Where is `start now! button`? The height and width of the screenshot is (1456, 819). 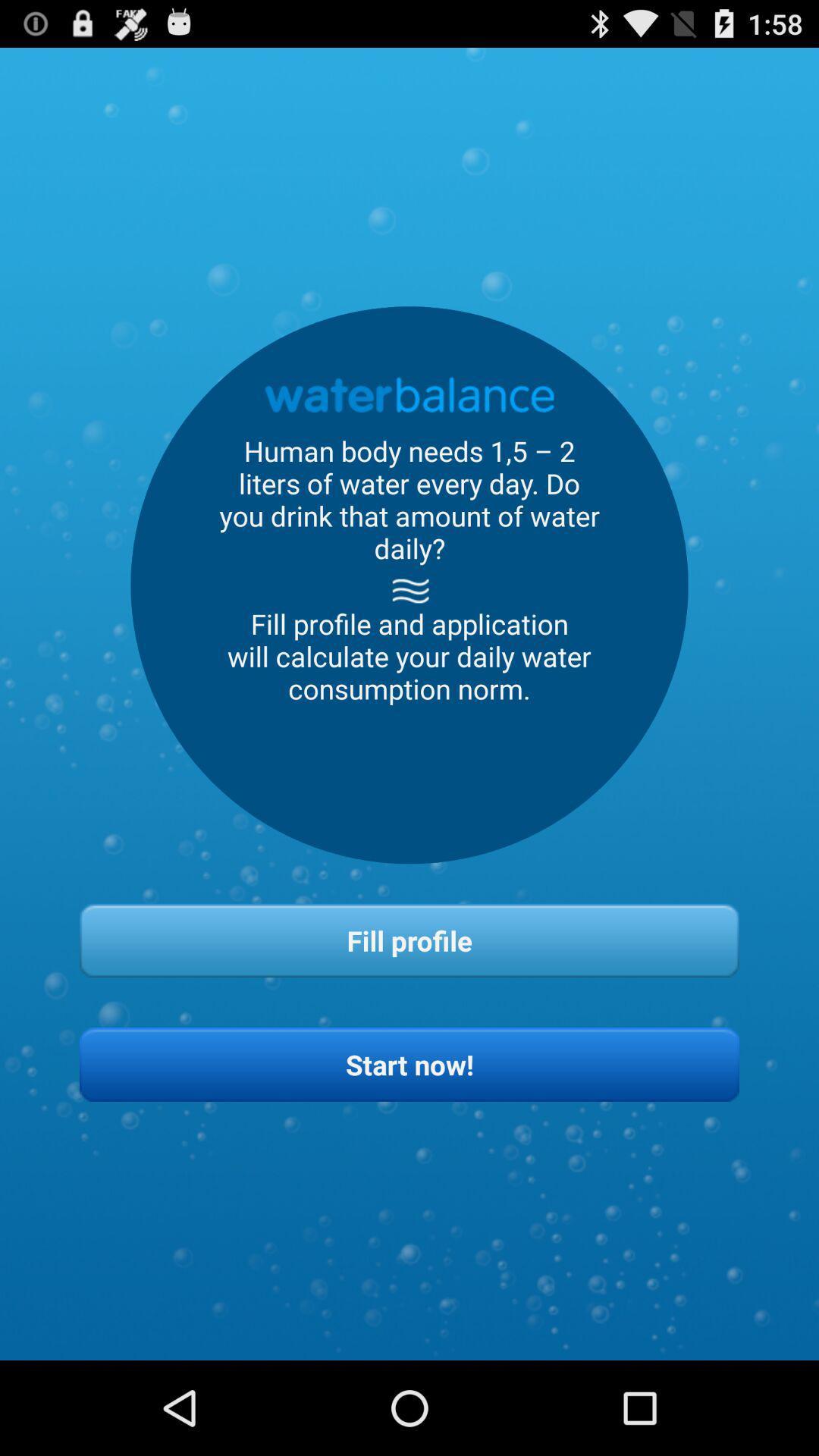
start now! button is located at coordinates (409, 1063).